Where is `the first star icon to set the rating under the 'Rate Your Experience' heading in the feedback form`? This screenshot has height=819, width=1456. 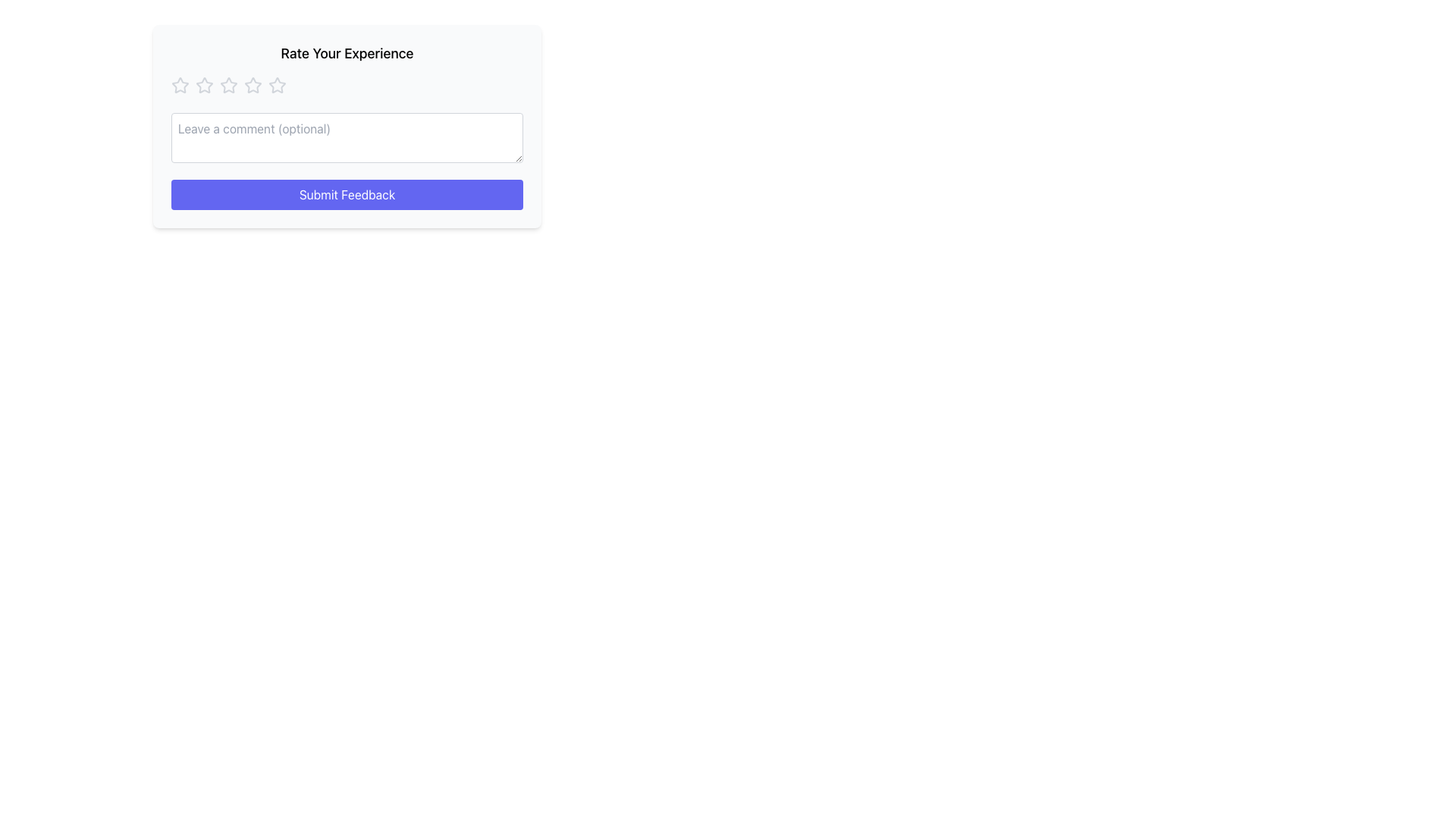 the first star icon to set the rating under the 'Rate Your Experience' heading in the feedback form is located at coordinates (203, 85).